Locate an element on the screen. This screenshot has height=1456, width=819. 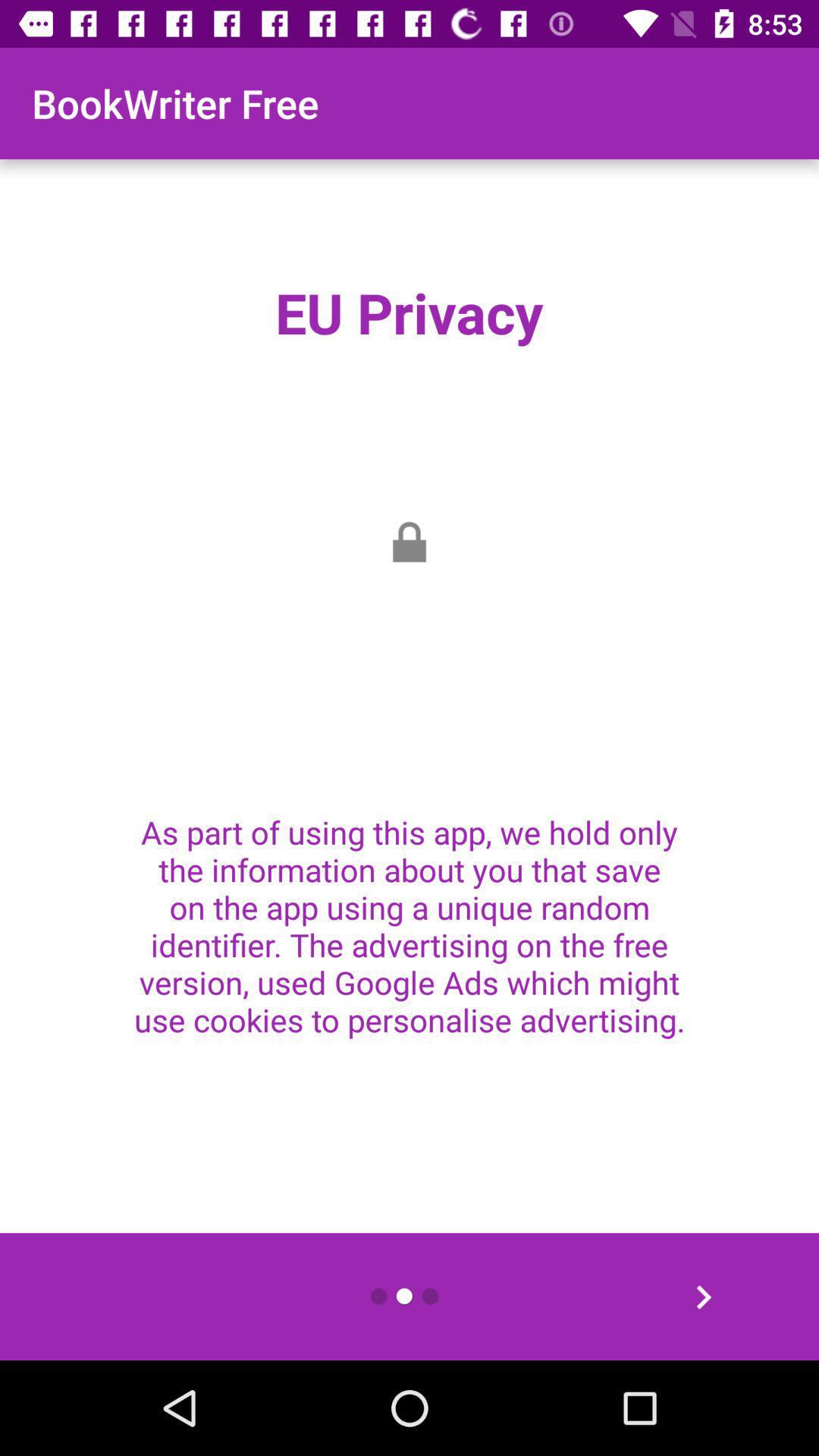
the item at the bottom right corner is located at coordinates (703, 1296).